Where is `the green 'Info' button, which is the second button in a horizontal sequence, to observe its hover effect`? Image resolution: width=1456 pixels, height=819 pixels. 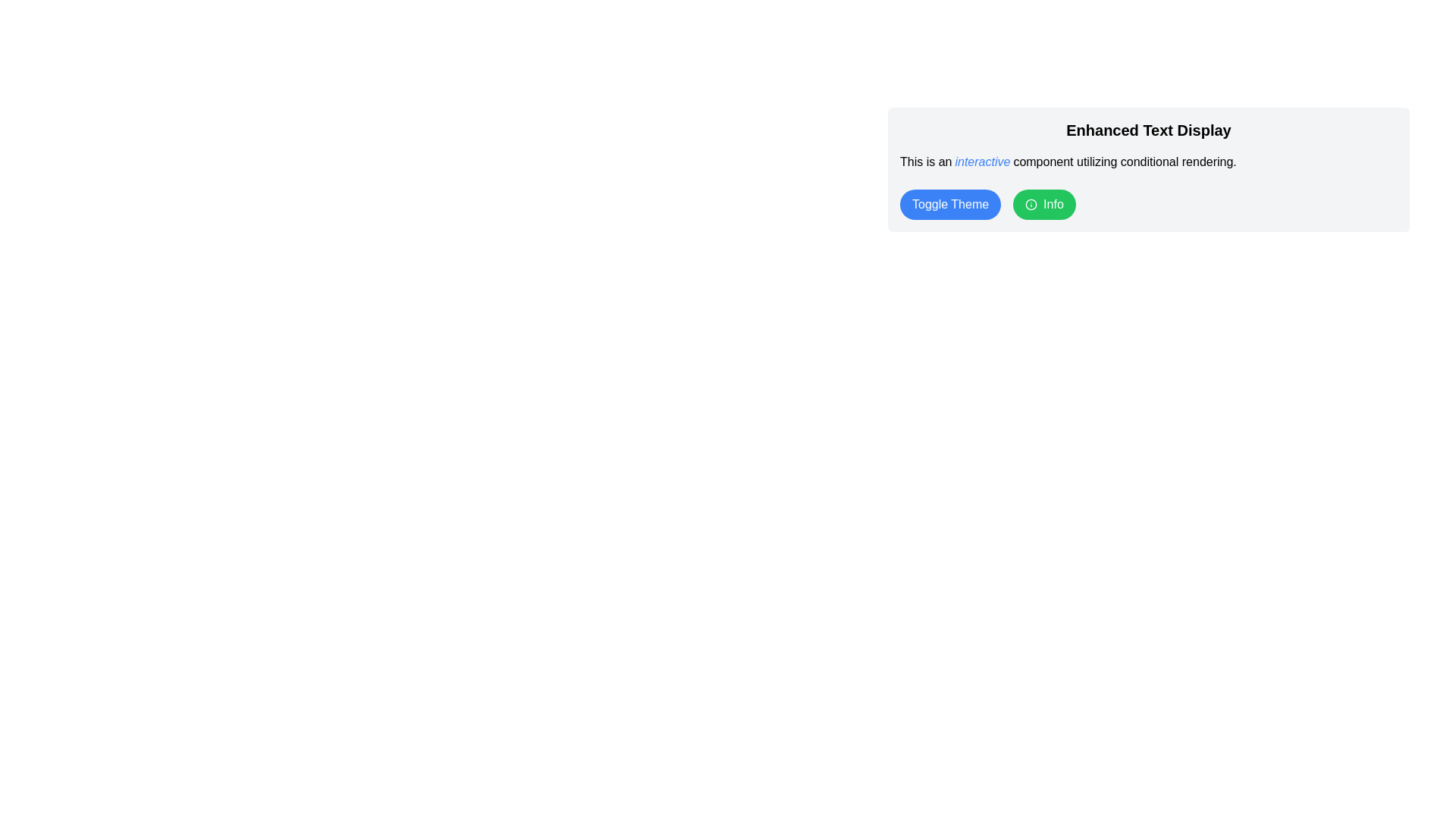
the green 'Info' button, which is the second button in a horizontal sequence, to observe its hover effect is located at coordinates (1043, 205).